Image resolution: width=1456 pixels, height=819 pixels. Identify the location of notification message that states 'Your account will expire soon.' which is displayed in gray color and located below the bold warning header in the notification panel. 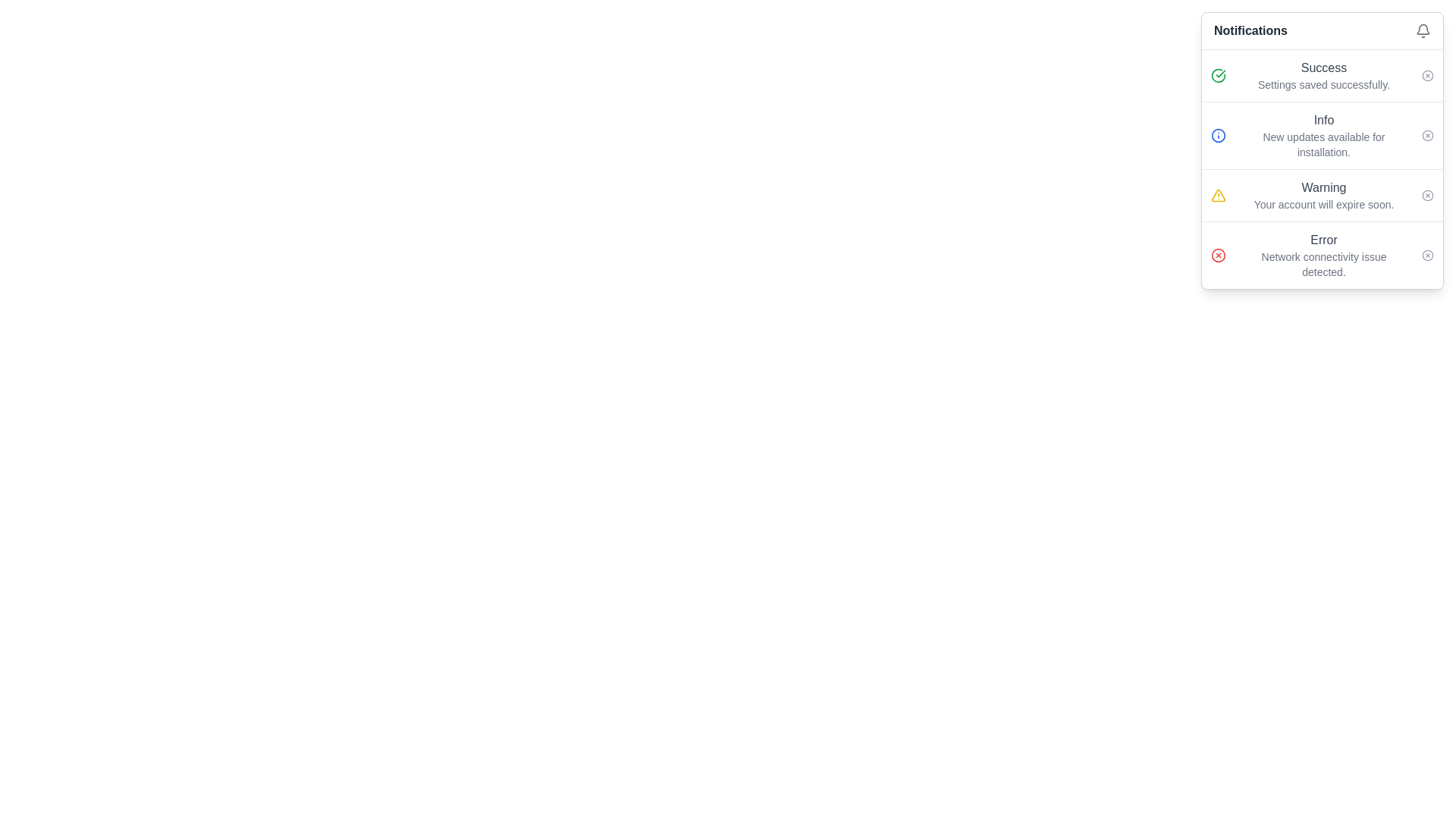
(1323, 205).